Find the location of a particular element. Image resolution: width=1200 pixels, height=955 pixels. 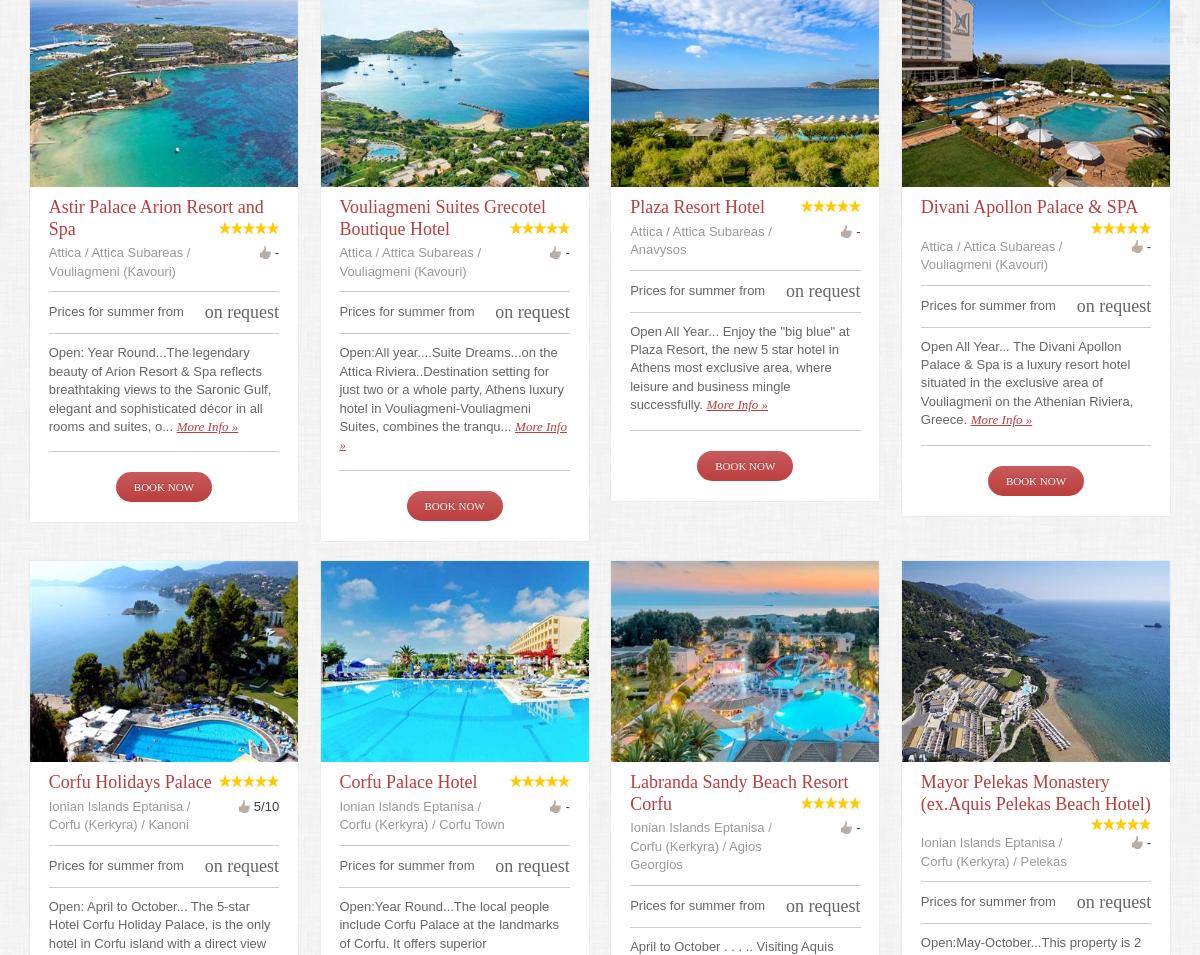

'Labranda Sandy Beach Resort Corfu' is located at coordinates (738, 791).